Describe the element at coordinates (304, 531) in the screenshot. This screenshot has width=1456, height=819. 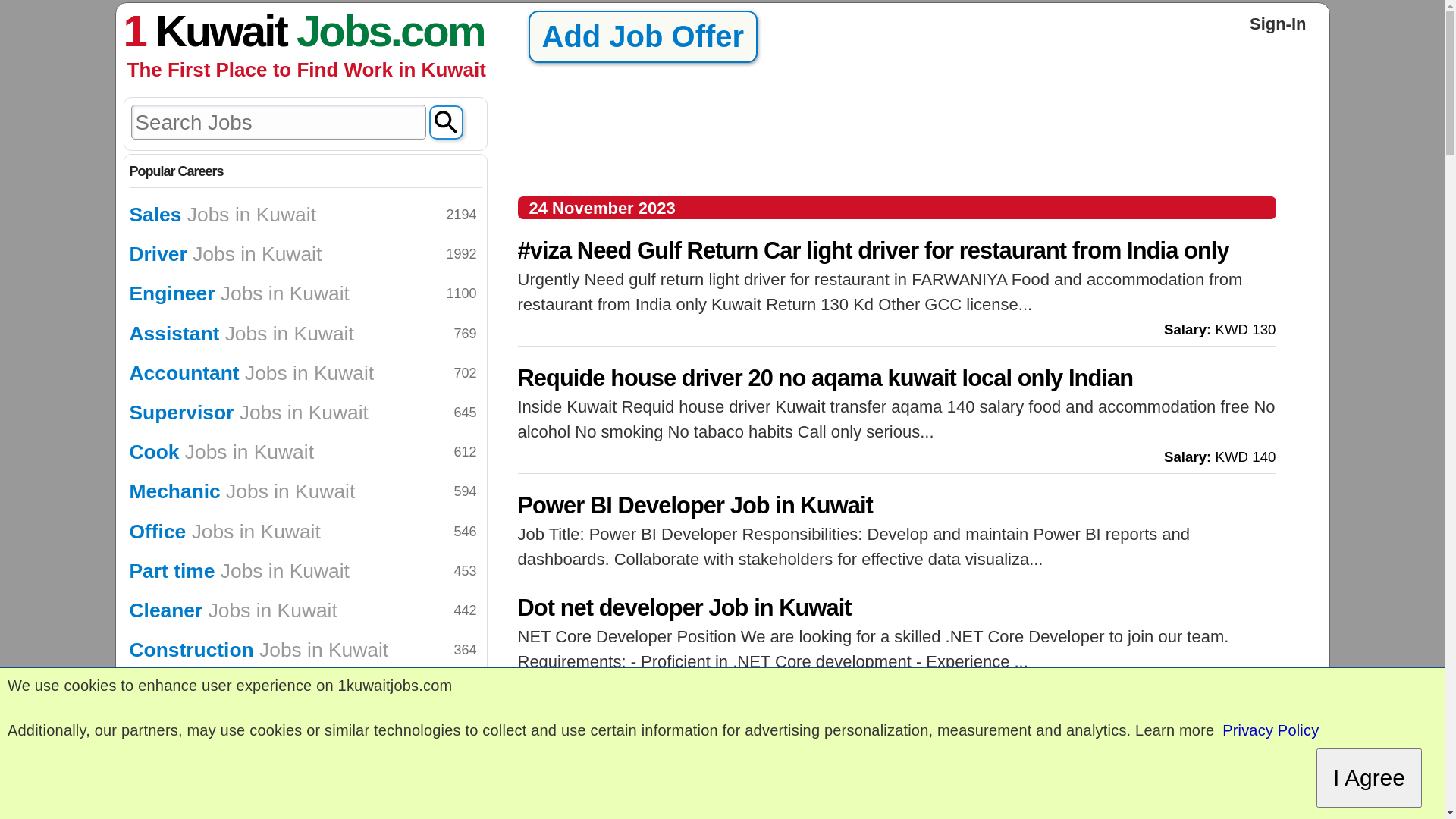
I see `'Office Jobs in Kuwait` at that location.